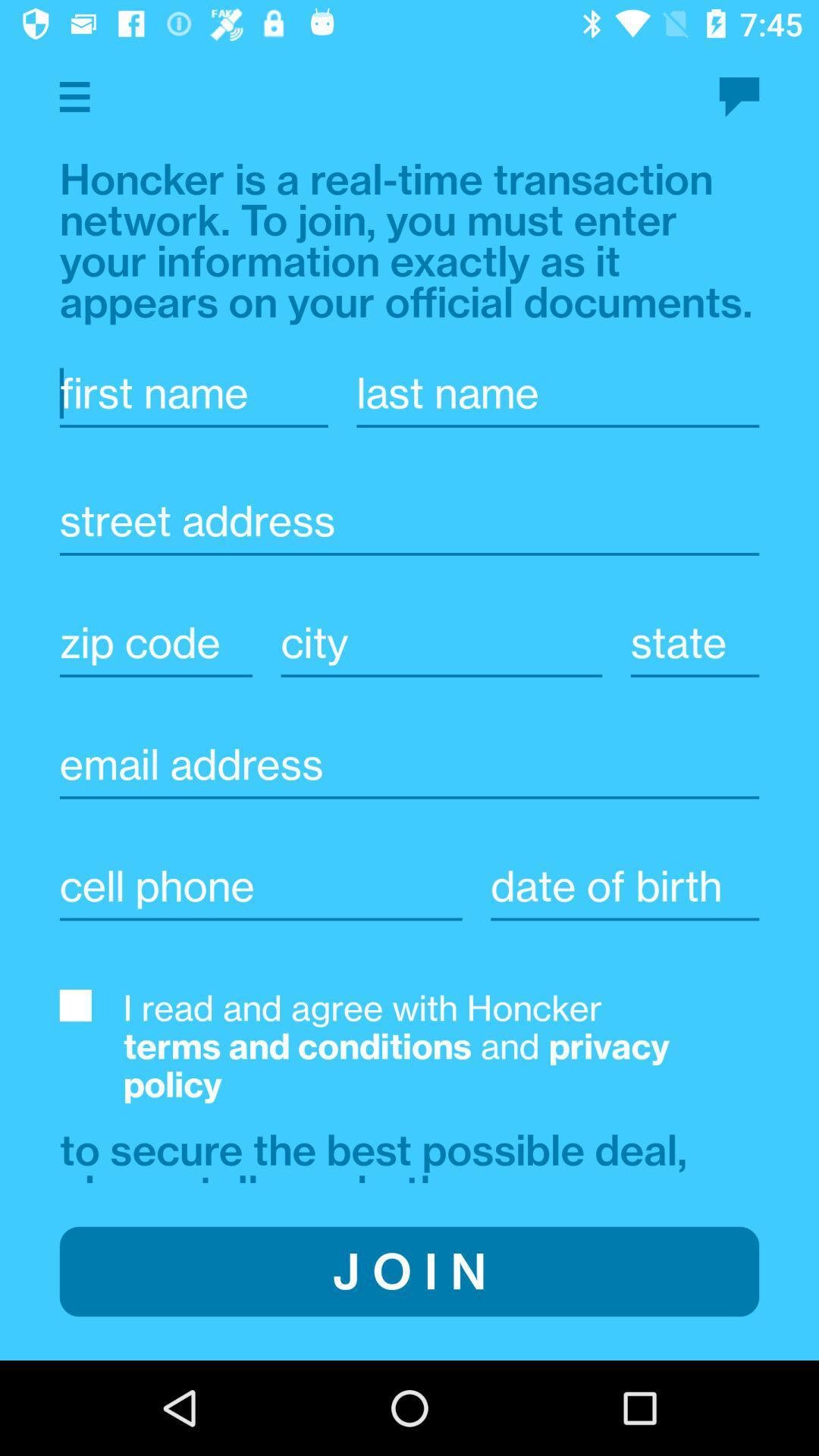  What do you see at coordinates (739, 96) in the screenshot?
I see `you have a email notification` at bounding box center [739, 96].